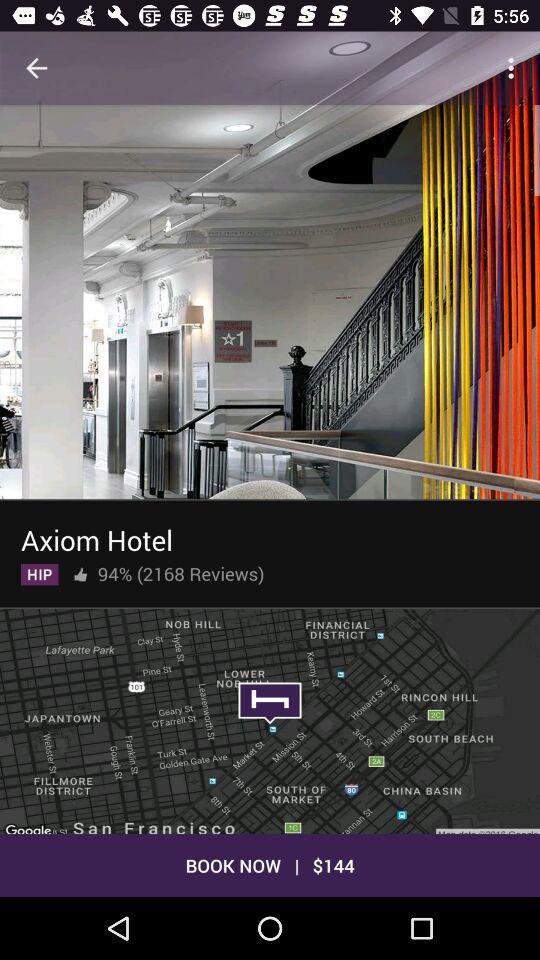 This screenshot has width=540, height=960. I want to click on the icon above the axiom hotel item, so click(270, 299).